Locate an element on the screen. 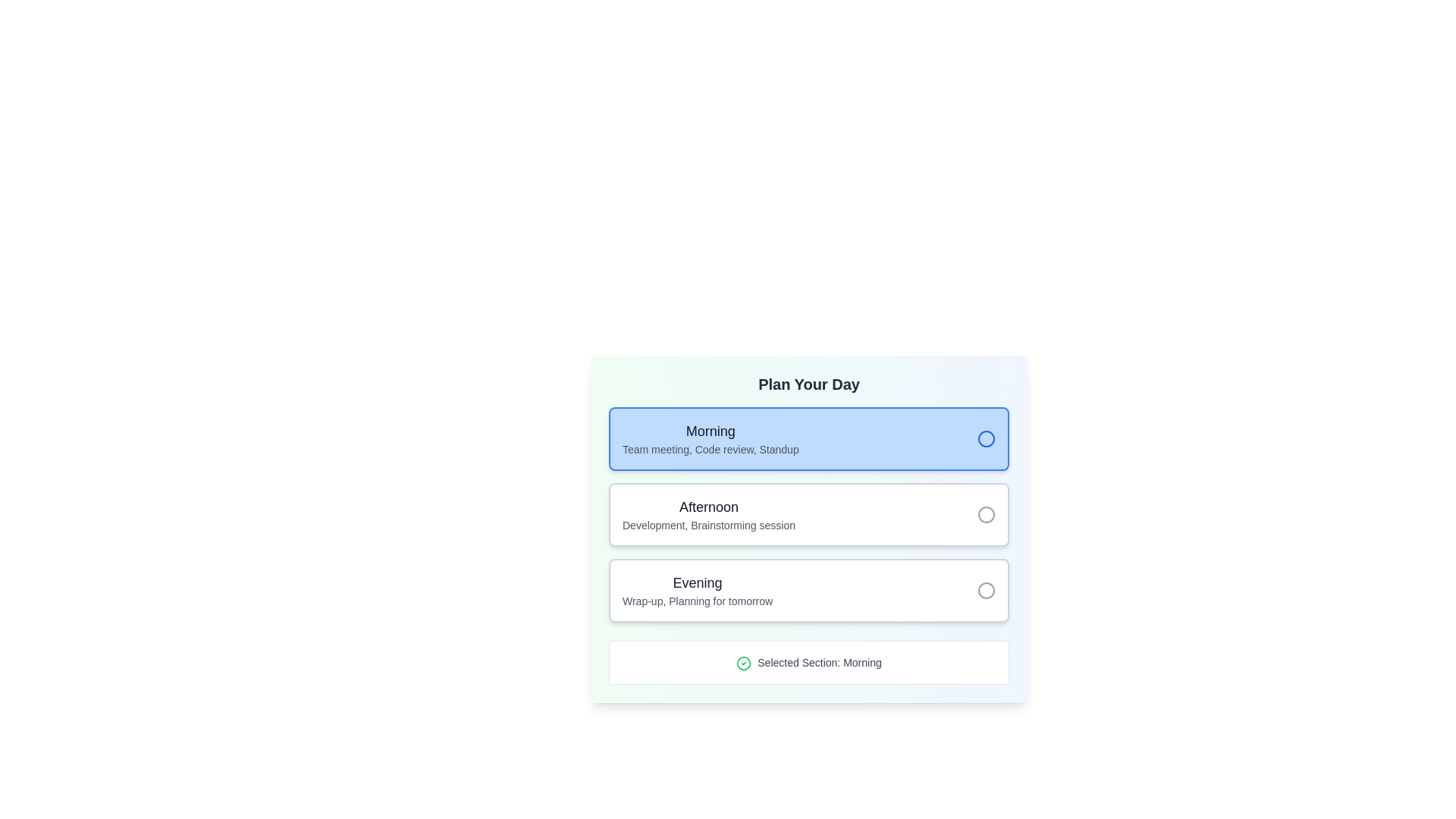 The width and height of the screenshot is (1456, 819). the text label displaying 'Evening', which is bold and dark gray, aligned horizontally at the bottom of the time schedule section is located at coordinates (697, 582).